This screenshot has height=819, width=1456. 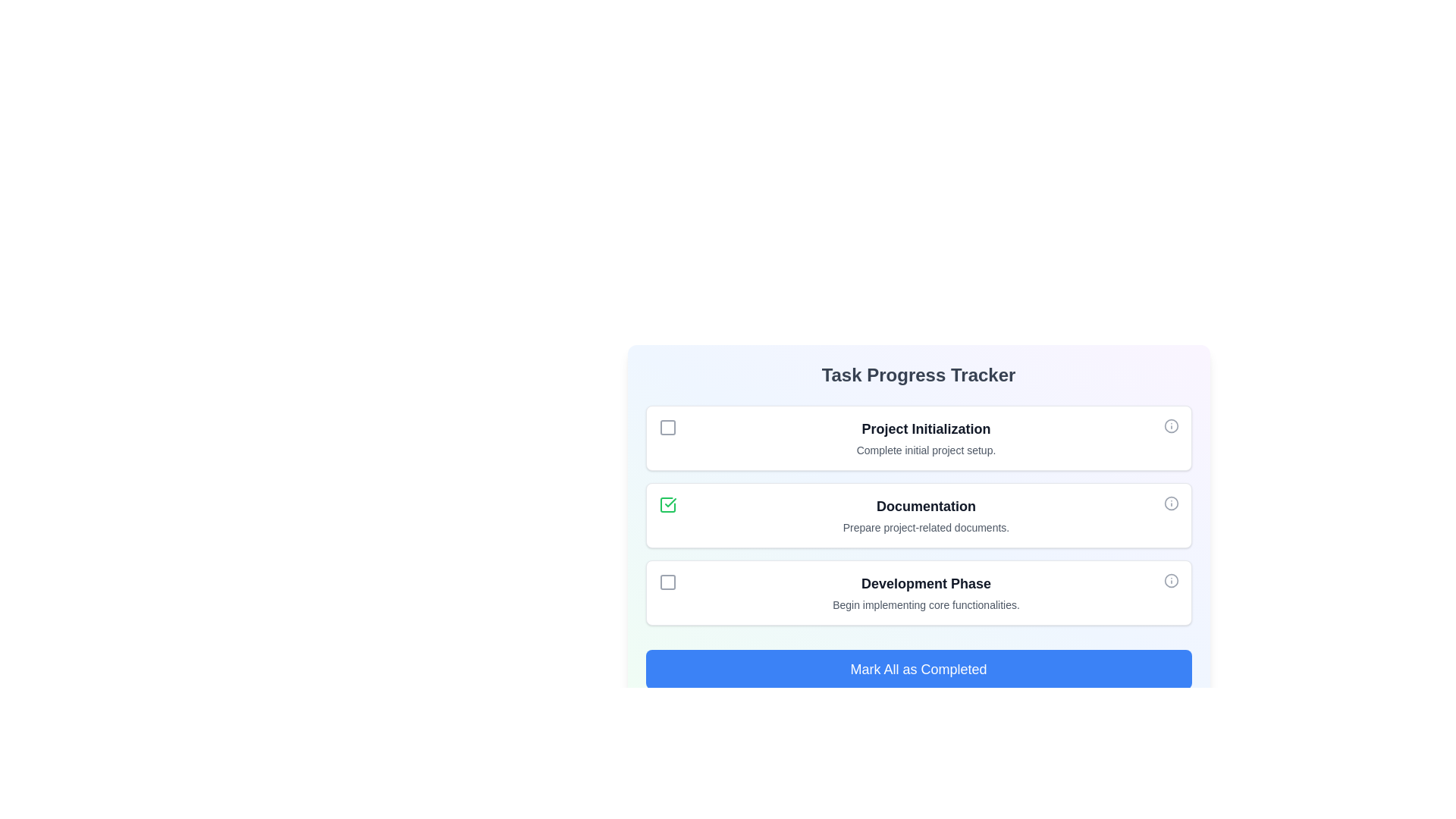 What do you see at coordinates (1170, 426) in the screenshot?
I see `the small circular gray icon located at the top-right corner of the 'Project Initialization' card, to the right of the title text` at bounding box center [1170, 426].